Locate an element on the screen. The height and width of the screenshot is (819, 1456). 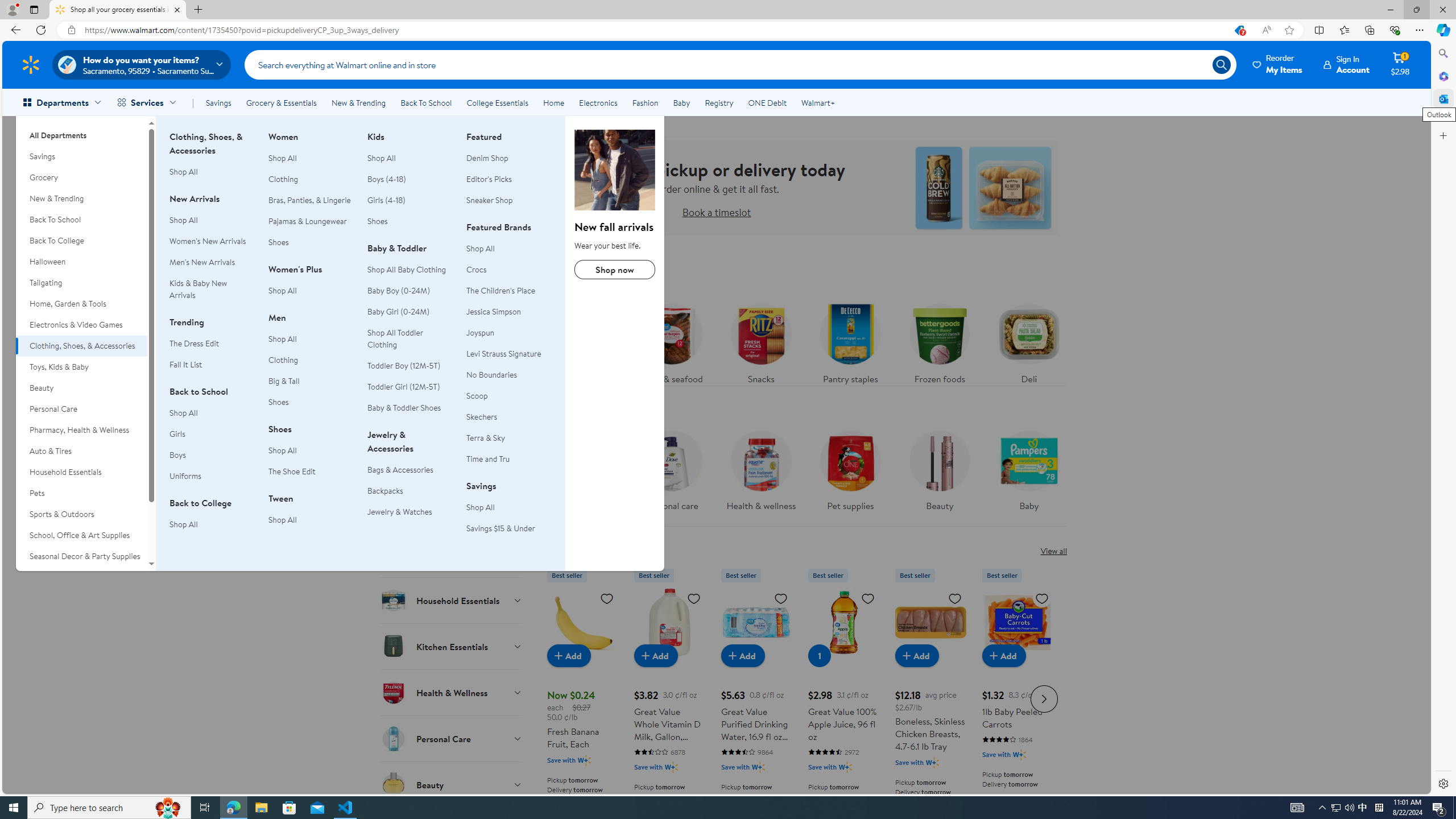
'FeaturedDenim ShopEditor' is located at coordinates (508, 174).